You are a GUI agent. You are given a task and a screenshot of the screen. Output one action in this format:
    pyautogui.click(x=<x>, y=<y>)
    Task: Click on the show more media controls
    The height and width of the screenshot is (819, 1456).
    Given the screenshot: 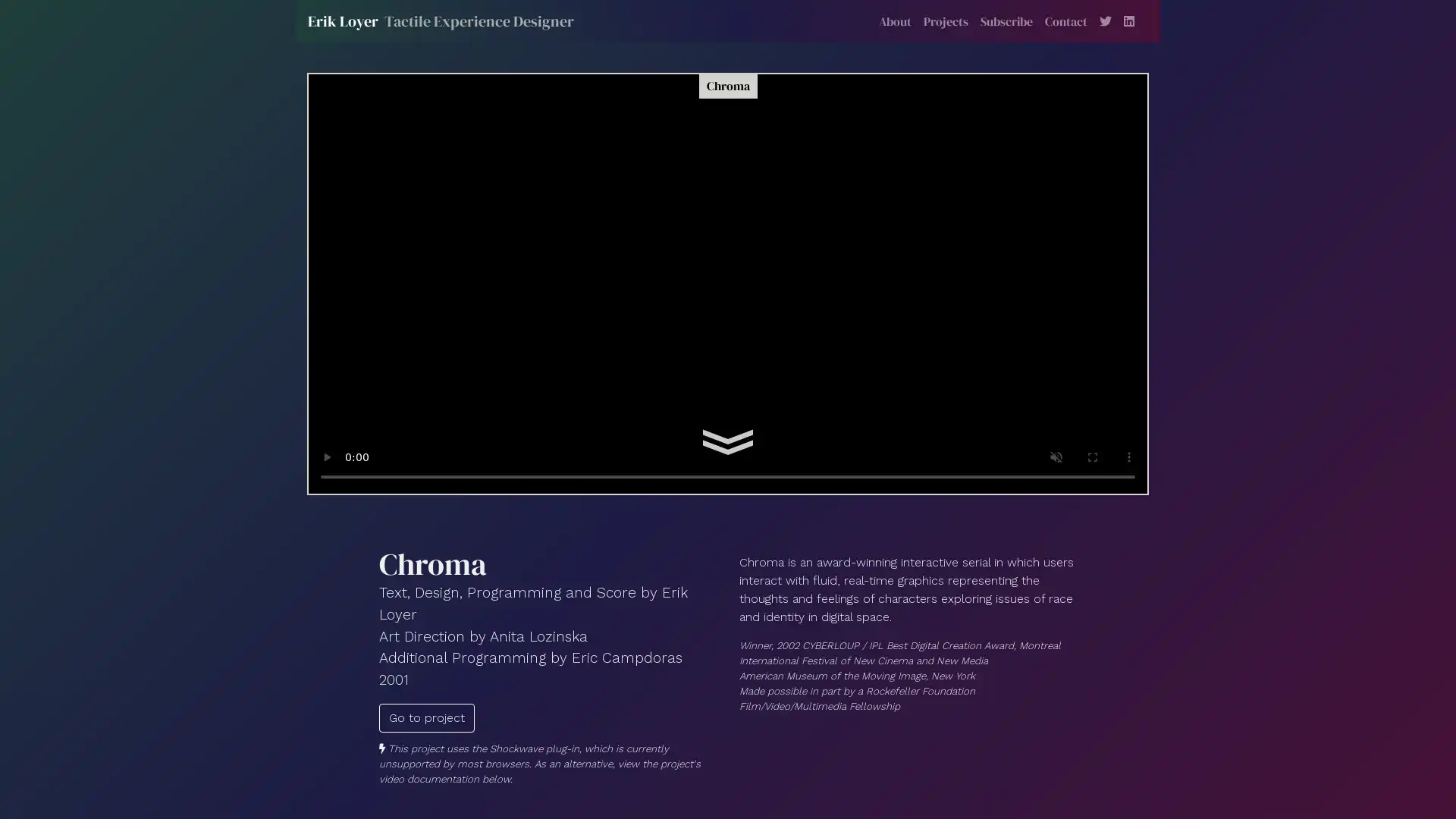 What is the action you would take?
    pyautogui.click(x=1128, y=456)
    